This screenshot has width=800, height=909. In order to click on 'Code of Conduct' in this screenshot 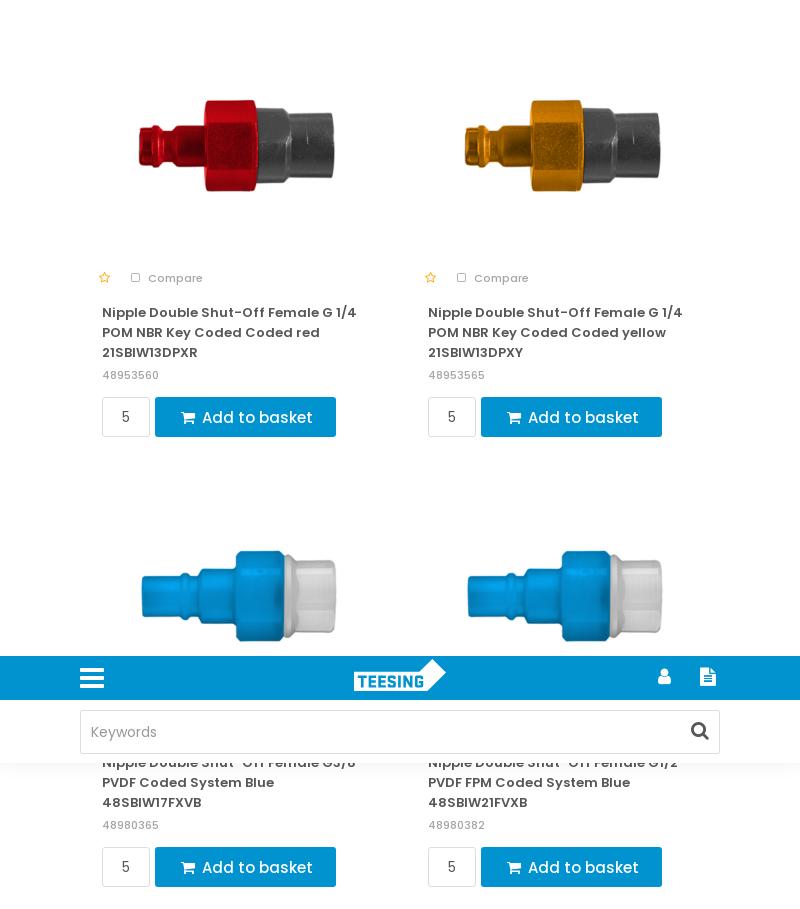, I will do `click(148, 72)`.